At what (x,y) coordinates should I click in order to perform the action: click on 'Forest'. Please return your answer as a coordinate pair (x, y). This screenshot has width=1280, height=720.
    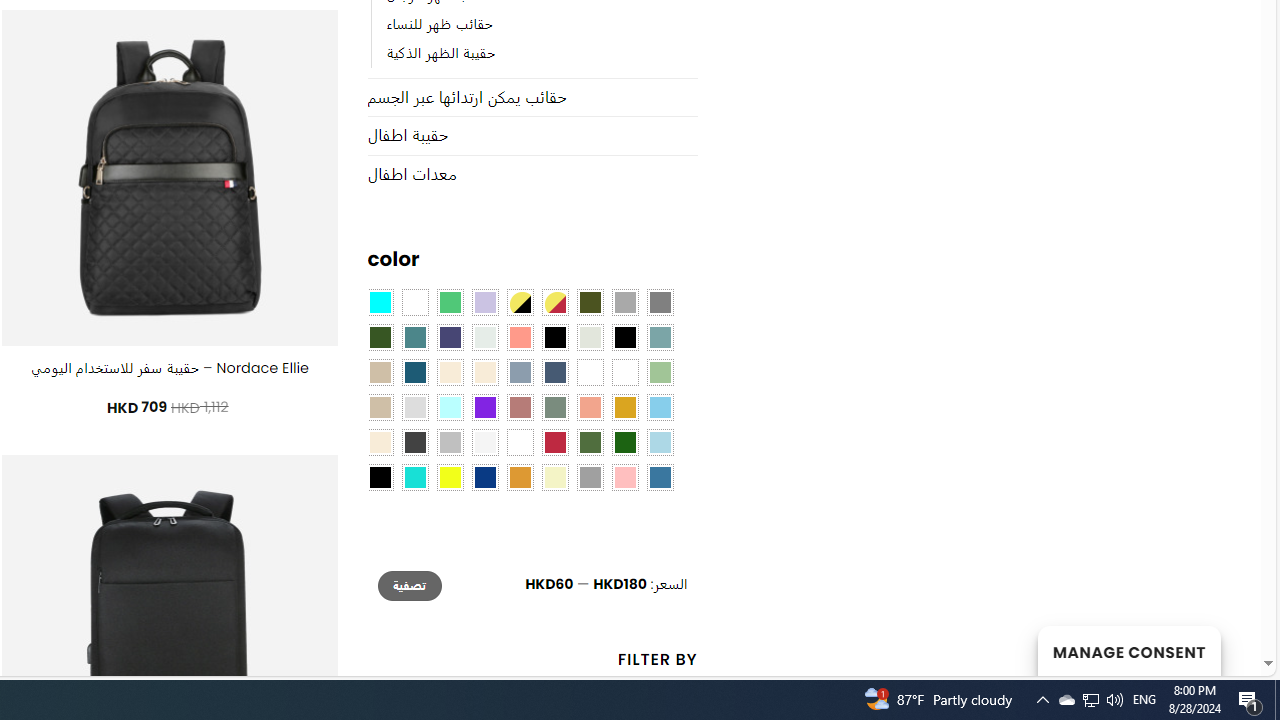
    Looking at the image, I should click on (380, 337).